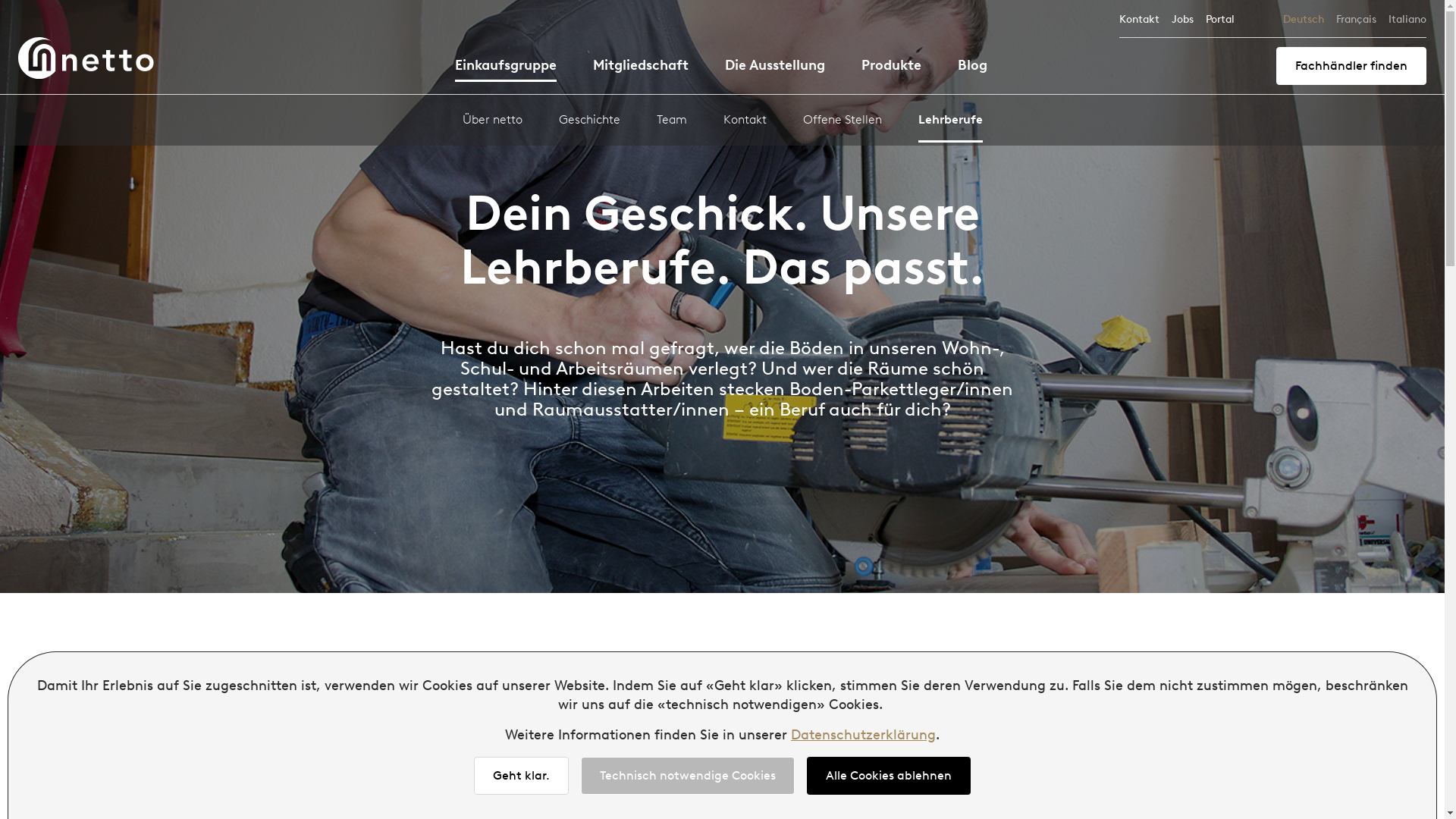 Image resolution: width=1456 pixels, height=819 pixels. Describe the element at coordinates (588, 124) in the screenshot. I see `'Geschichte'` at that location.